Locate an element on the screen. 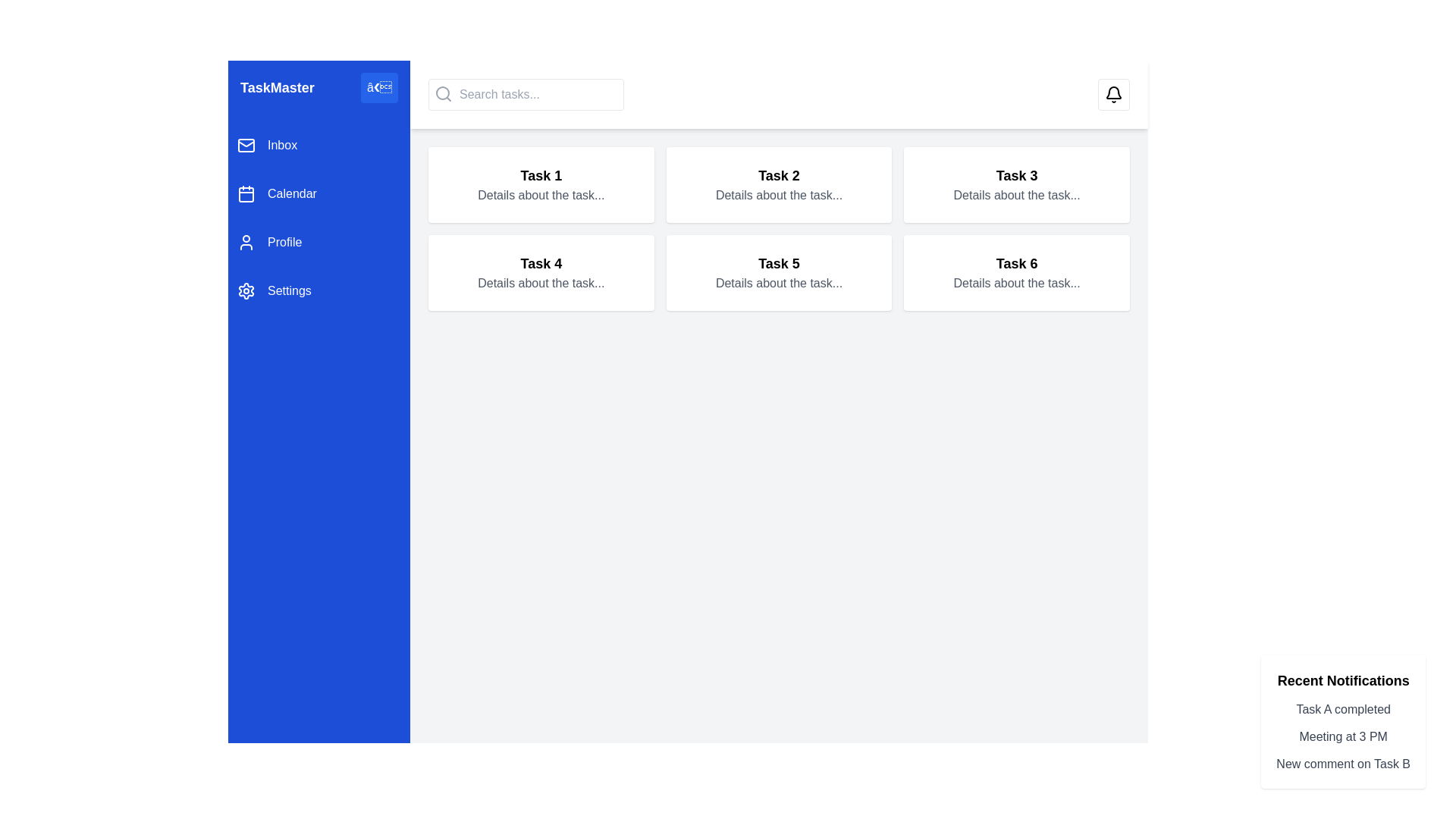  the text displaying 'Details about the task...' which is located below the title 'Task 6' in a card-like UI structure is located at coordinates (1017, 284).